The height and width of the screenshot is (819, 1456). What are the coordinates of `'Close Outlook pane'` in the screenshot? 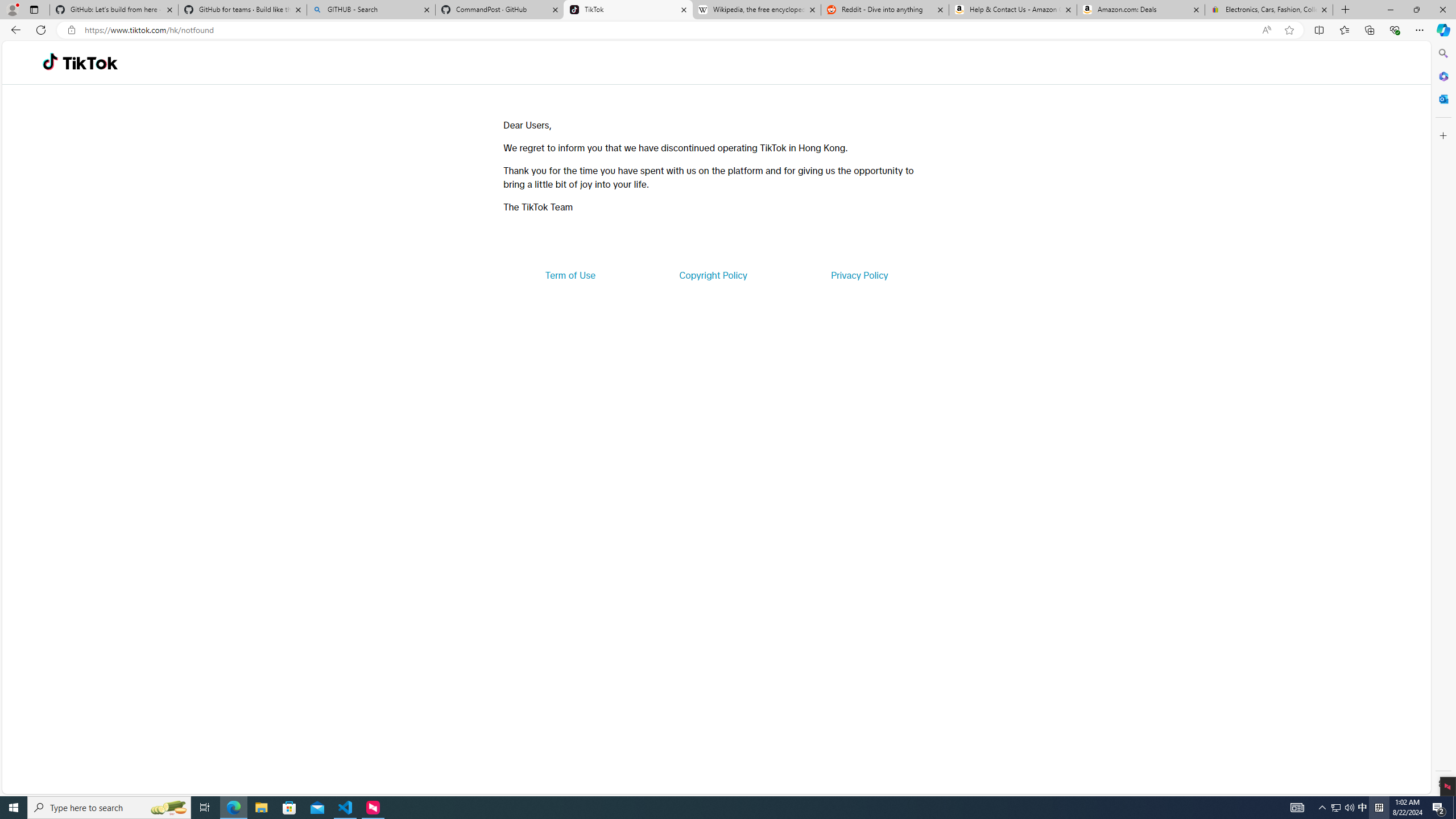 It's located at (1442, 98).